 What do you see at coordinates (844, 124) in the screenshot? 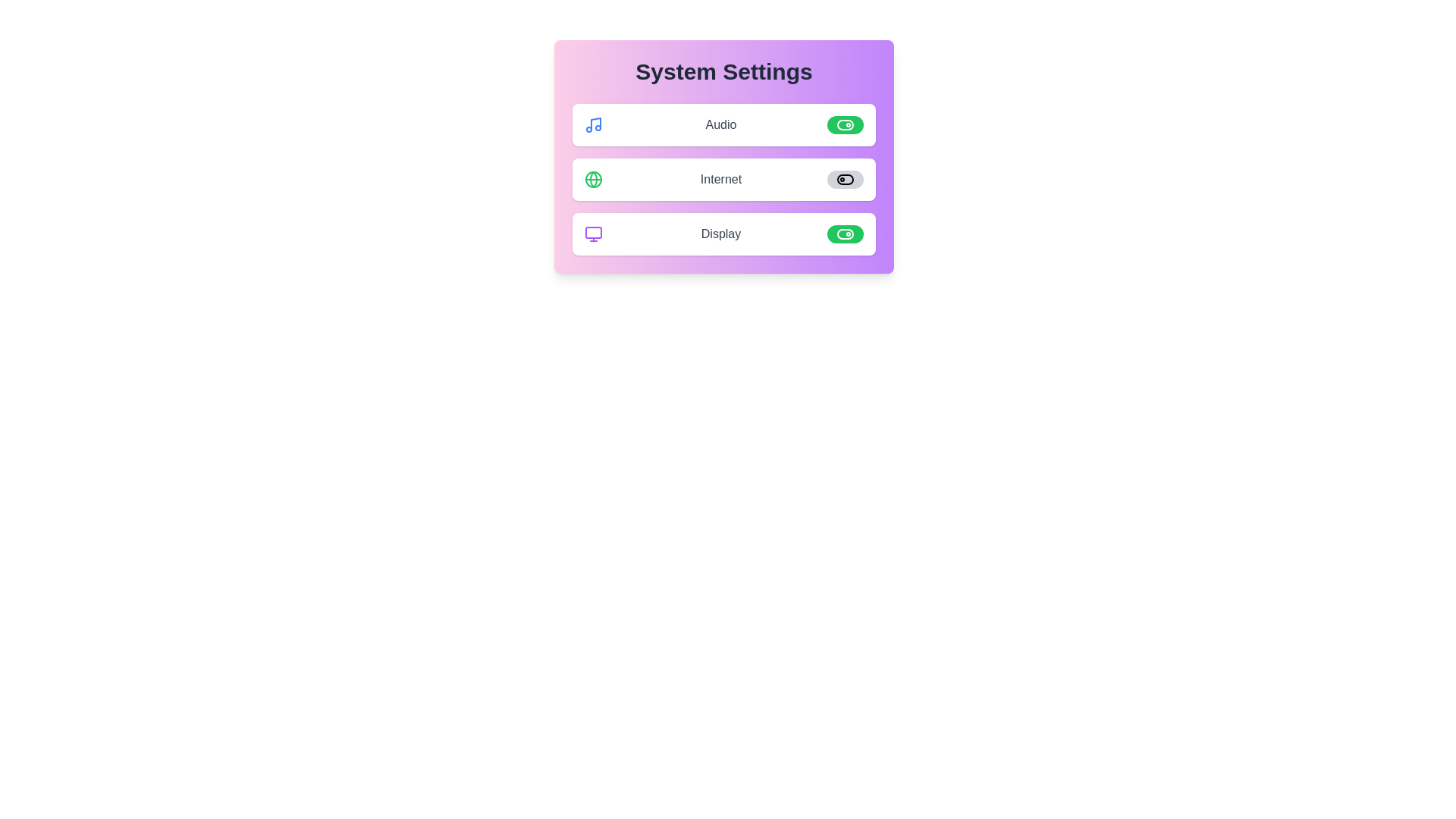
I see `the toggle switch located to the right of the 'Audio' label in the top row of the 'System Settings' card` at bounding box center [844, 124].